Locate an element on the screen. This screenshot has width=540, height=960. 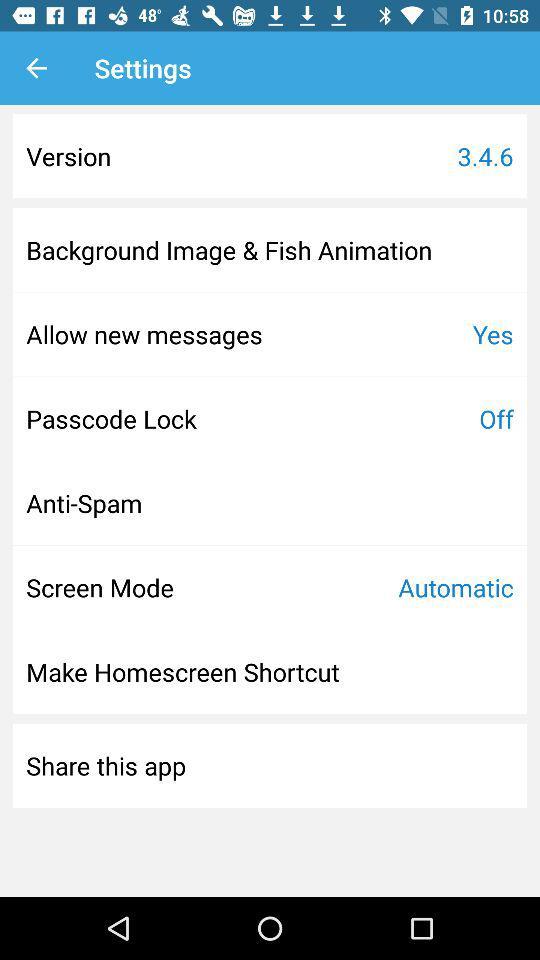
icon above the off is located at coordinates (492, 334).